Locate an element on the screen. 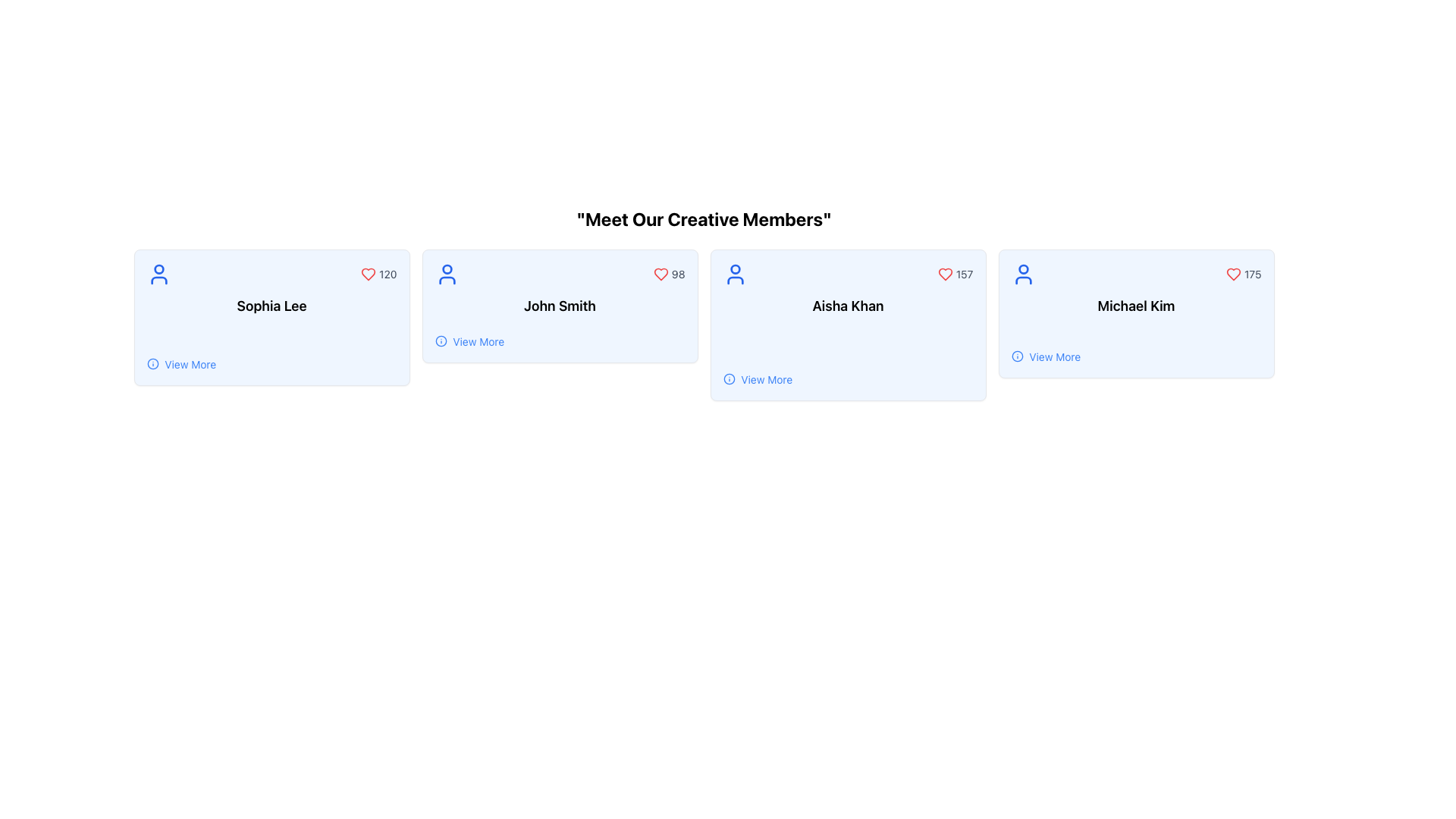 The height and width of the screenshot is (819, 1456). the blue text link labeled 'View More' located in the second card from the left, under the name 'John Smith' is located at coordinates (469, 342).